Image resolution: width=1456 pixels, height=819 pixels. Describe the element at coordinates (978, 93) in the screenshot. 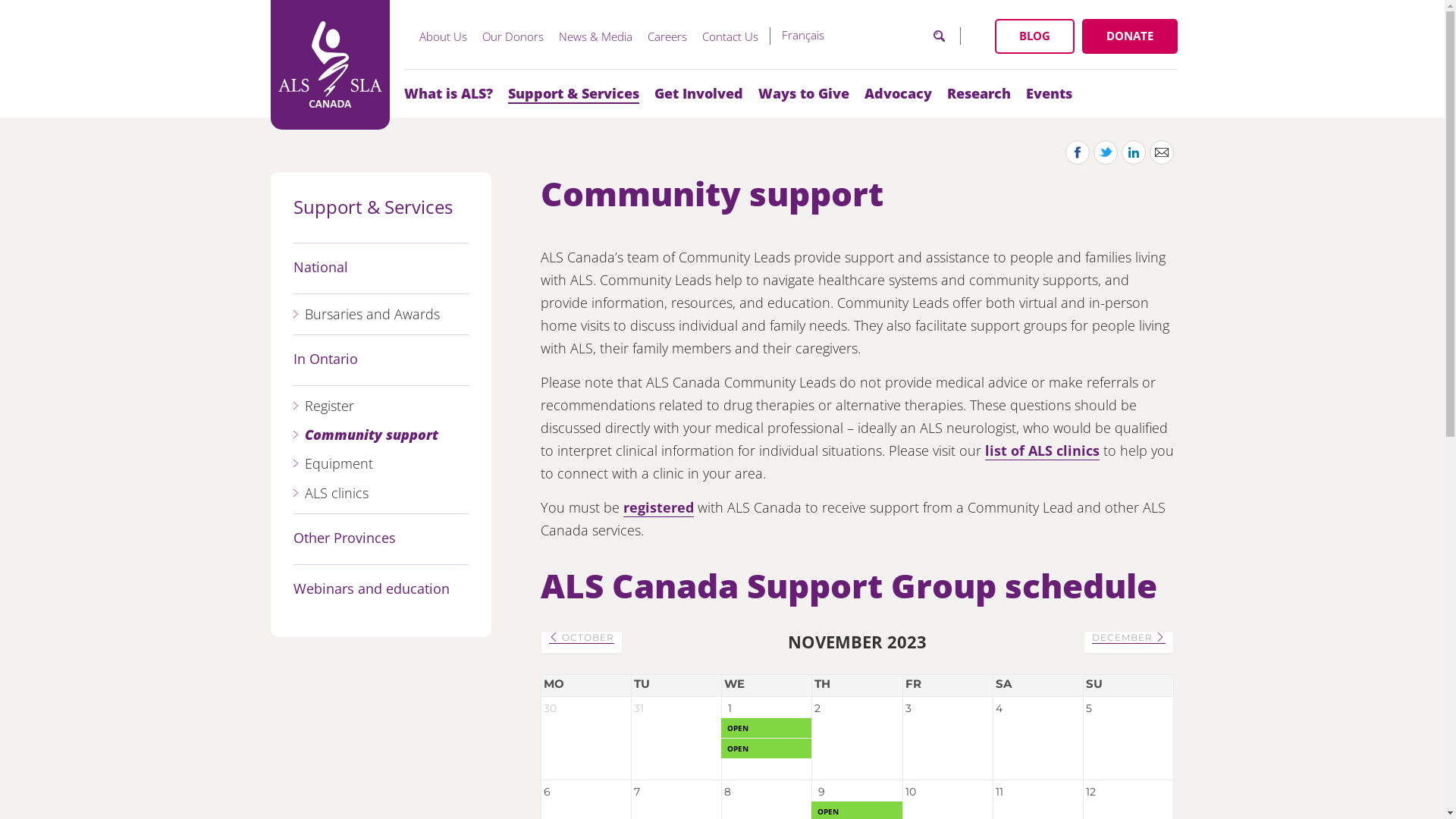

I see `'Research'` at that location.